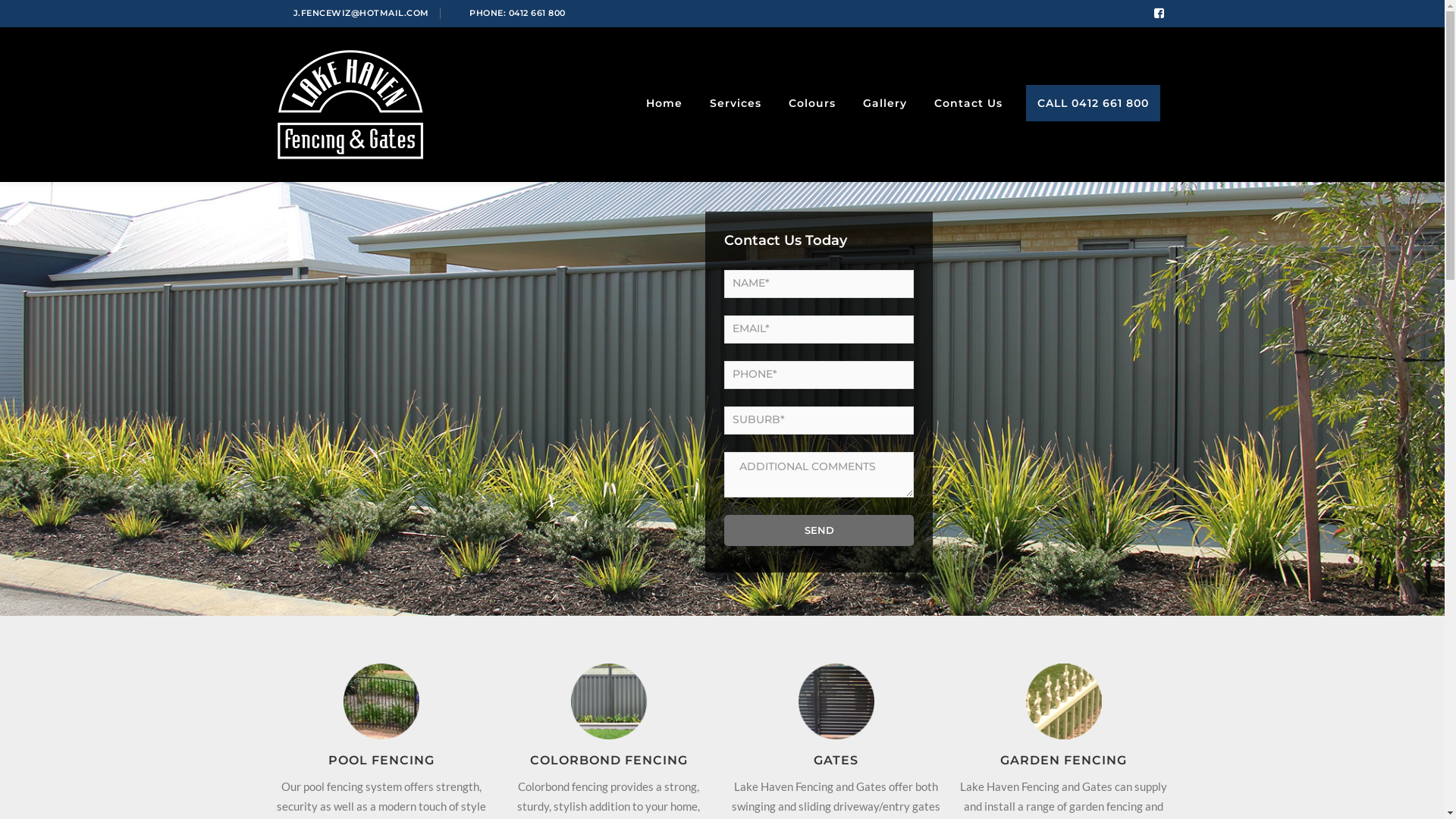 This screenshot has width=1456, height=819. Describe the element at coordinates (928, 102) in the screenshot. I see `'Contact Us'` at that location.